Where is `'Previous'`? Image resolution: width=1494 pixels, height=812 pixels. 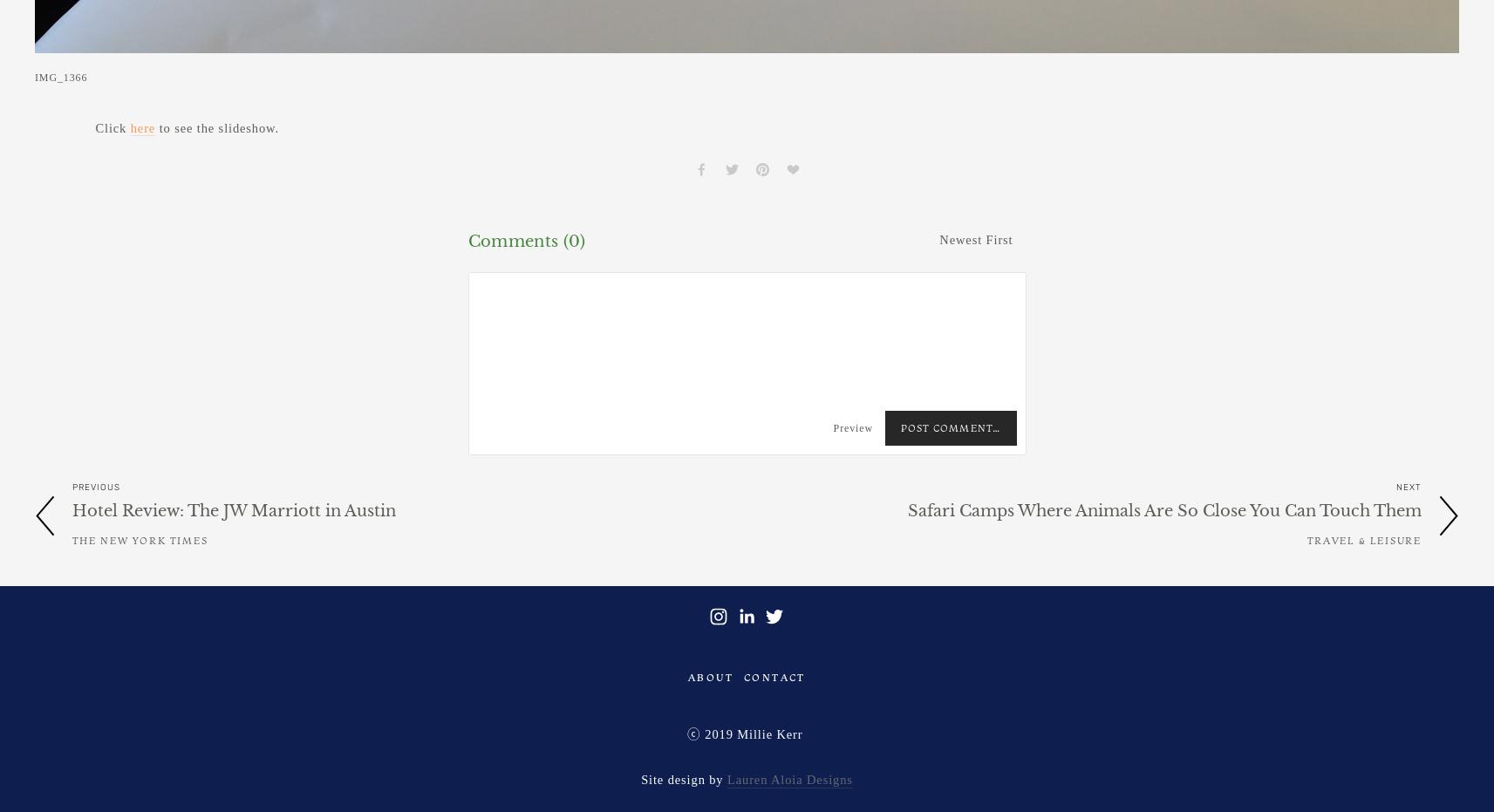
'Previous' is located at coordinates (95, 486).